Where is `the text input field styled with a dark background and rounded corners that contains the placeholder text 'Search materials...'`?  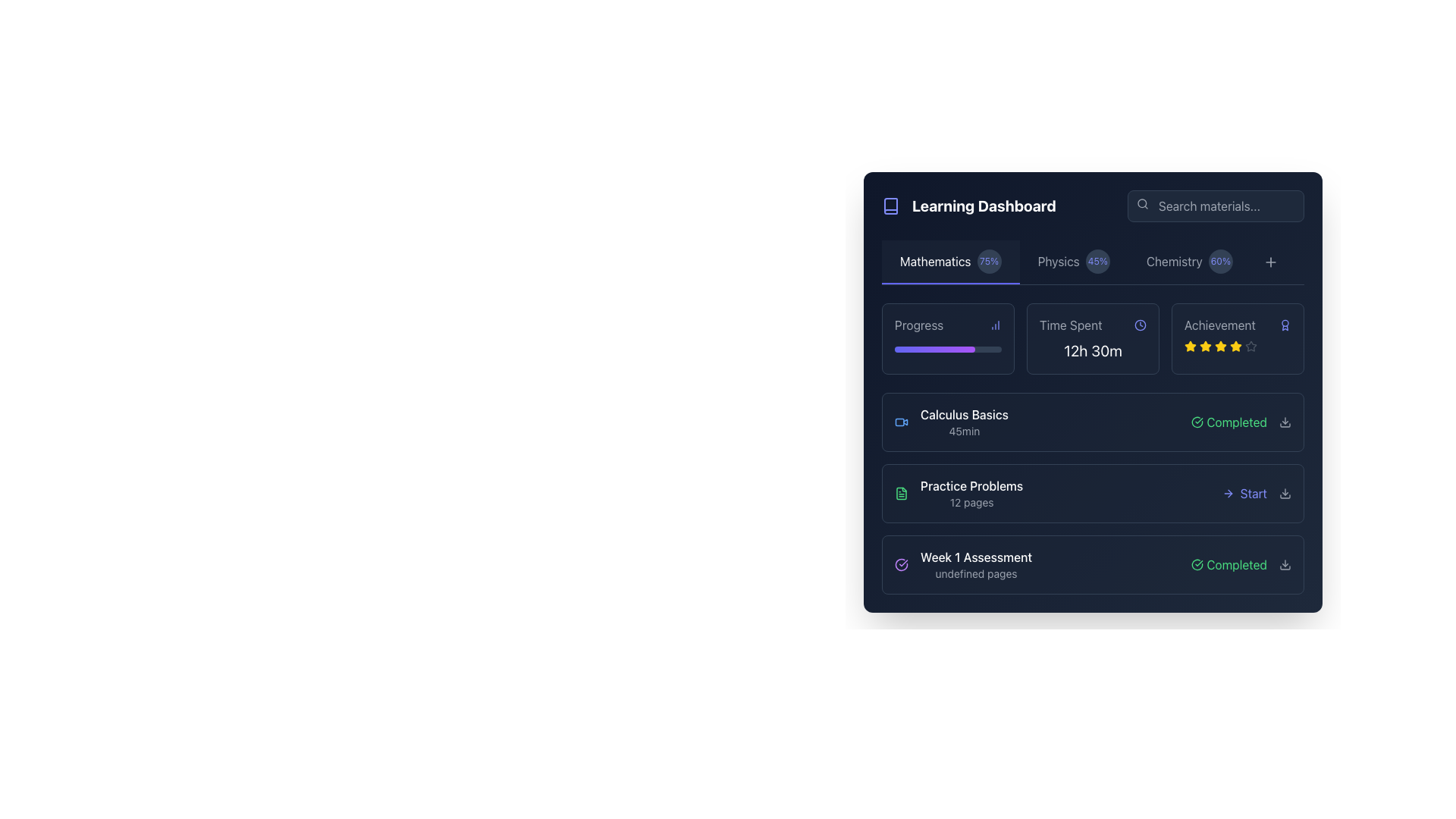 the text input field styled with a dark background and rounded corners that contains the placeholder text 'Search materials...' is located at coordinates (1216, 206).